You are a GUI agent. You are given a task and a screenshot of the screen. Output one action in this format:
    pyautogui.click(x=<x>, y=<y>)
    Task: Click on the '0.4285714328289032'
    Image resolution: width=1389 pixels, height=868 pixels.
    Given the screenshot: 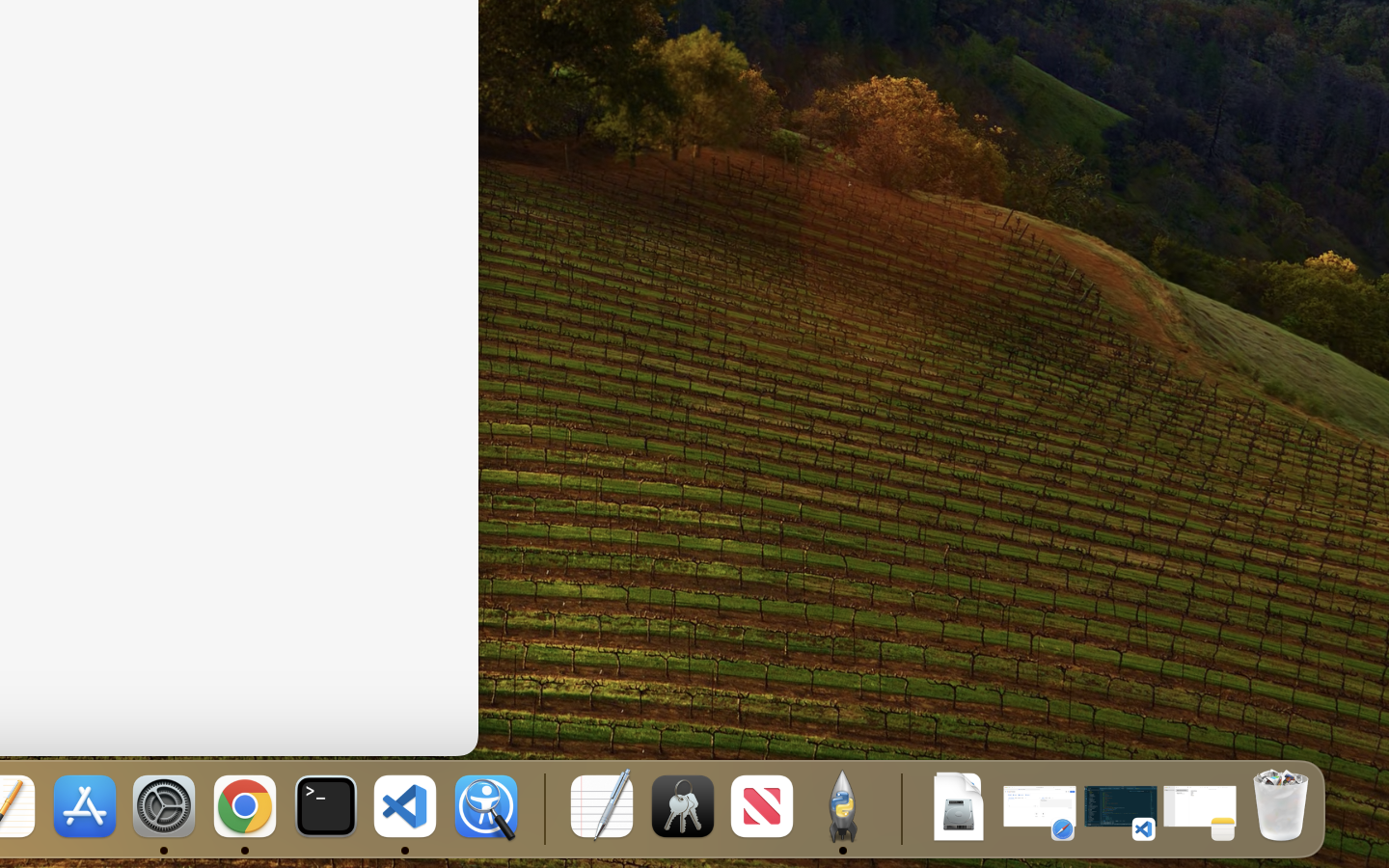 What is the action you would take?
    pyautogui.click(x=542, y=807)
    